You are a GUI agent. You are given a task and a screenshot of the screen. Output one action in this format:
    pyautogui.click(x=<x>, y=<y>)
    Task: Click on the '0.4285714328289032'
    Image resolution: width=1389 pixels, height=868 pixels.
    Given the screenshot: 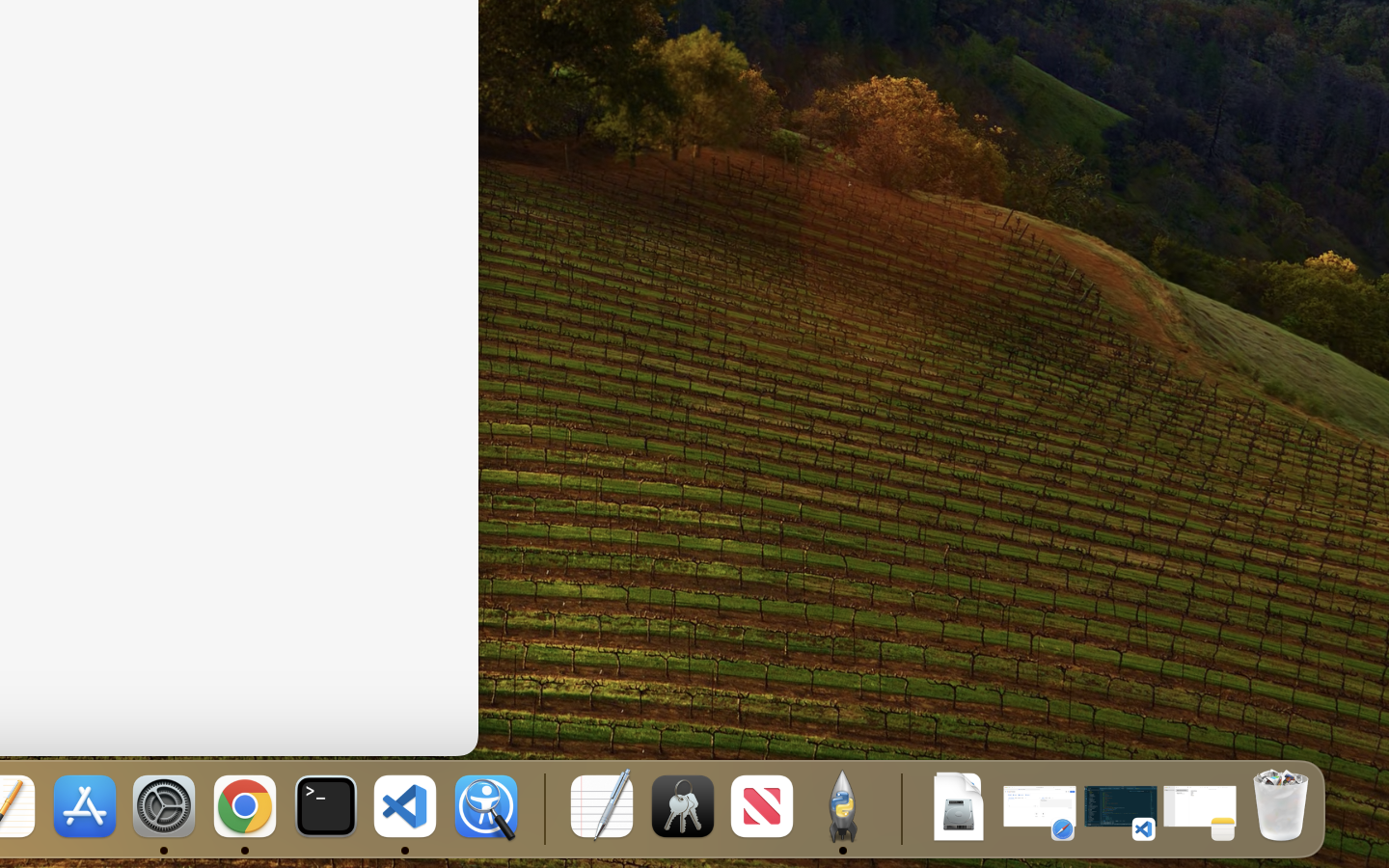 What is the action you would take?
    pyautogui.click(x=542, y=807)
    